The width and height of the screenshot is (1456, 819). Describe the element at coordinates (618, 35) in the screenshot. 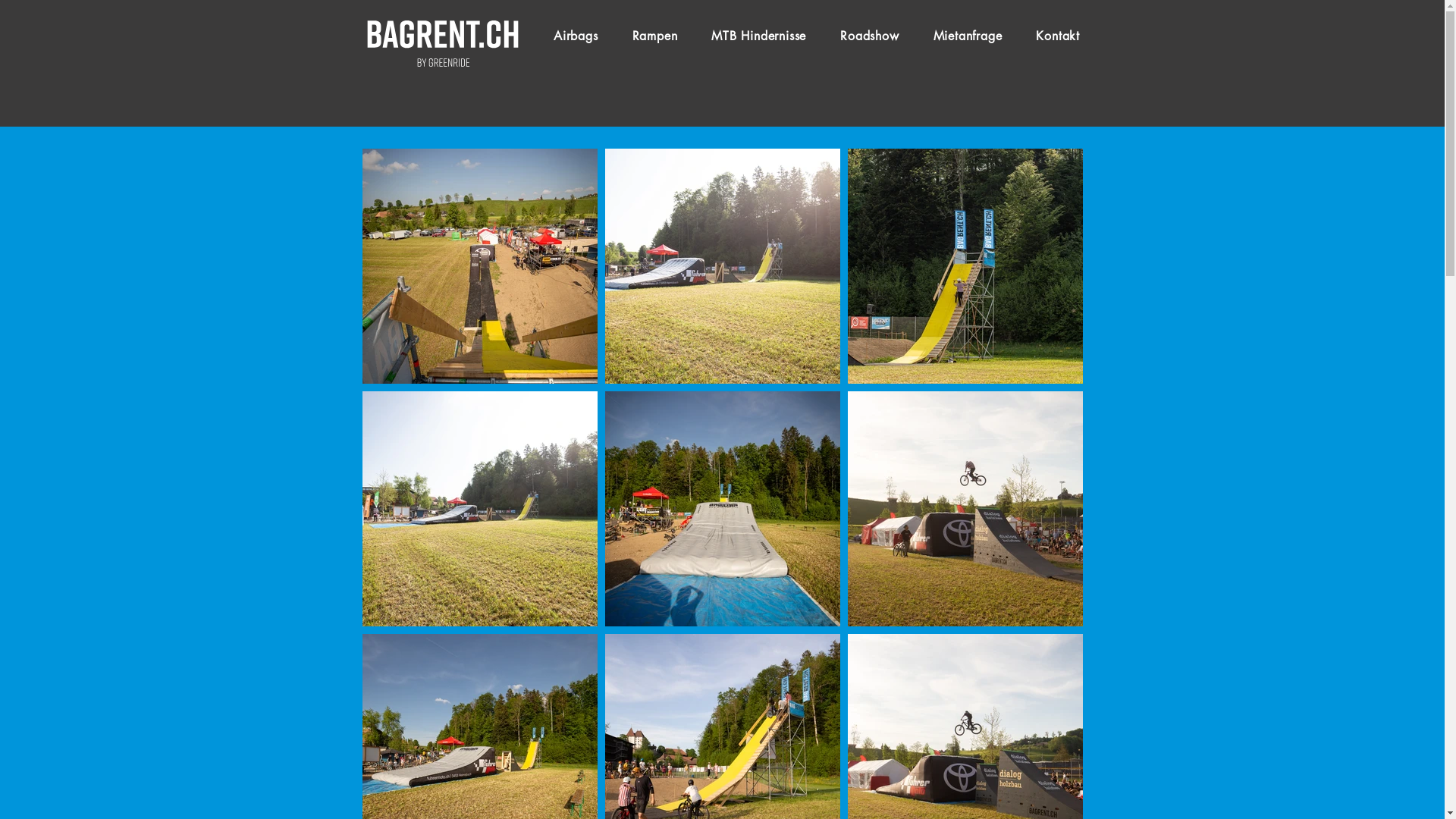

I see `'Rampen'` at that location.